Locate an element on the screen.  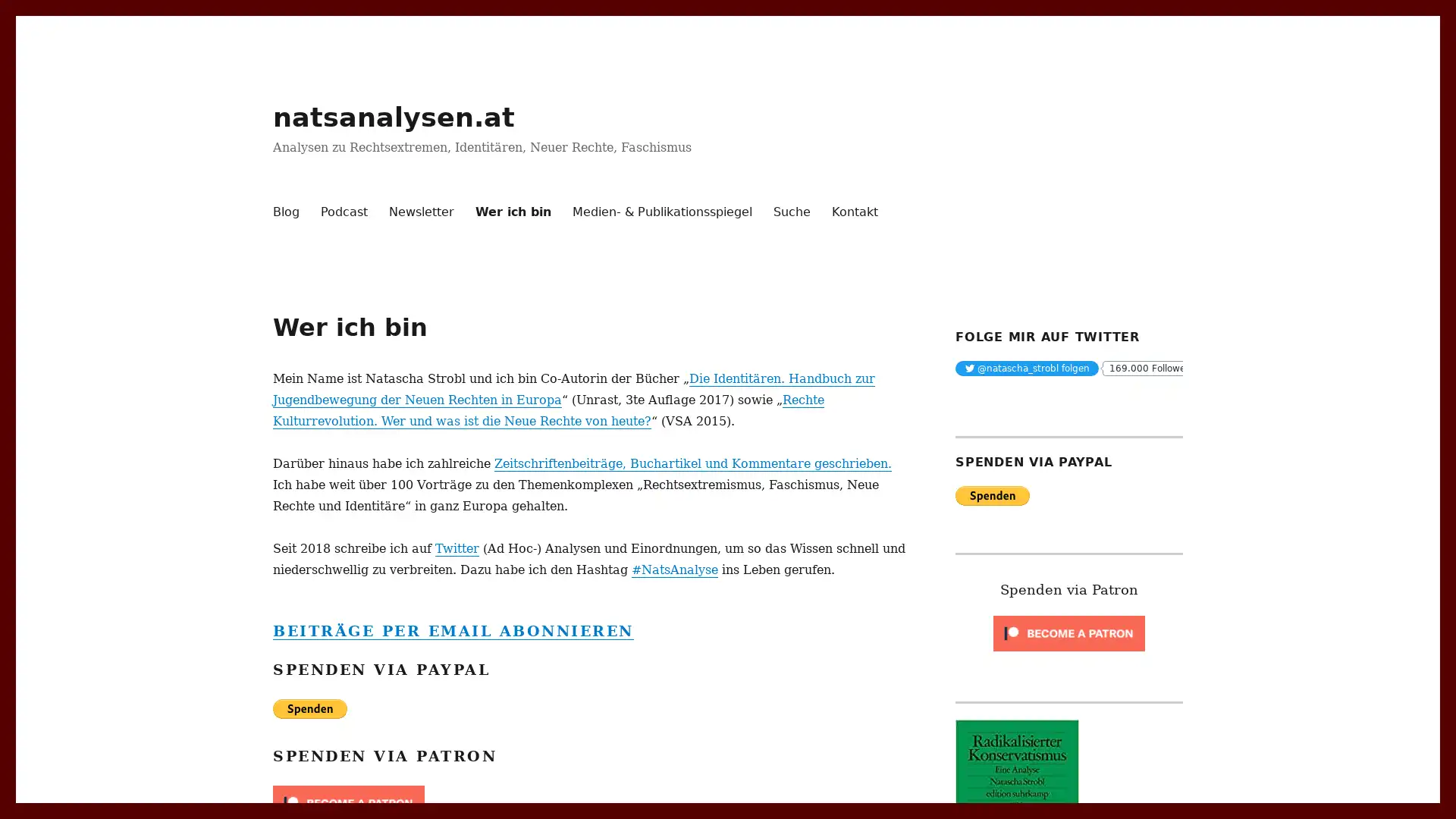
PayPal - The safer, easier way to pay online. is located at coordinates (309, 708).